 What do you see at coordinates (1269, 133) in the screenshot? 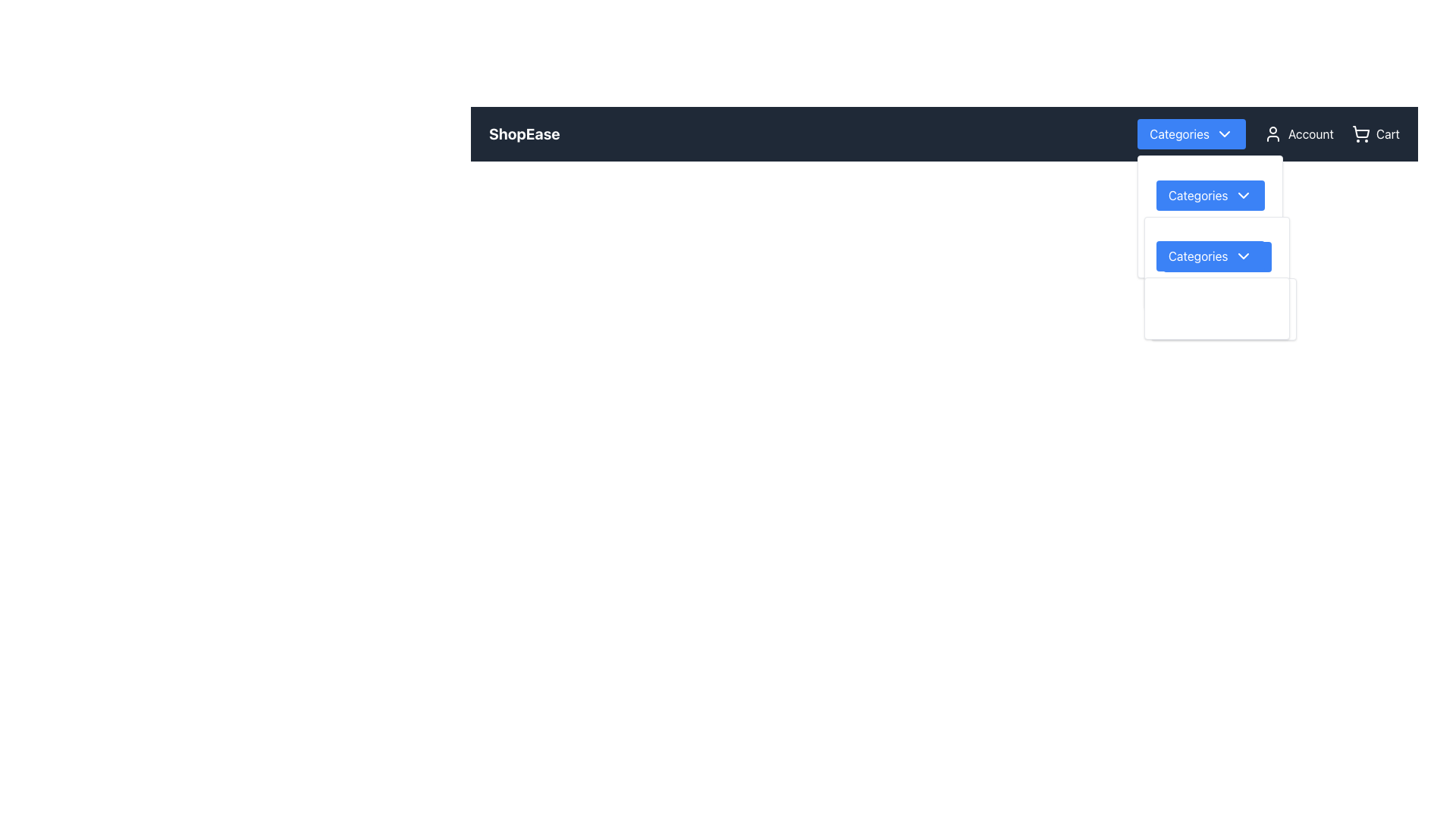
I see `the Interactive Button with Icon located in the navigation bar, positioned to the right of the 'Categories' dropdown and to the left of the 'Cart' element` at bounding box center [1269, 133].